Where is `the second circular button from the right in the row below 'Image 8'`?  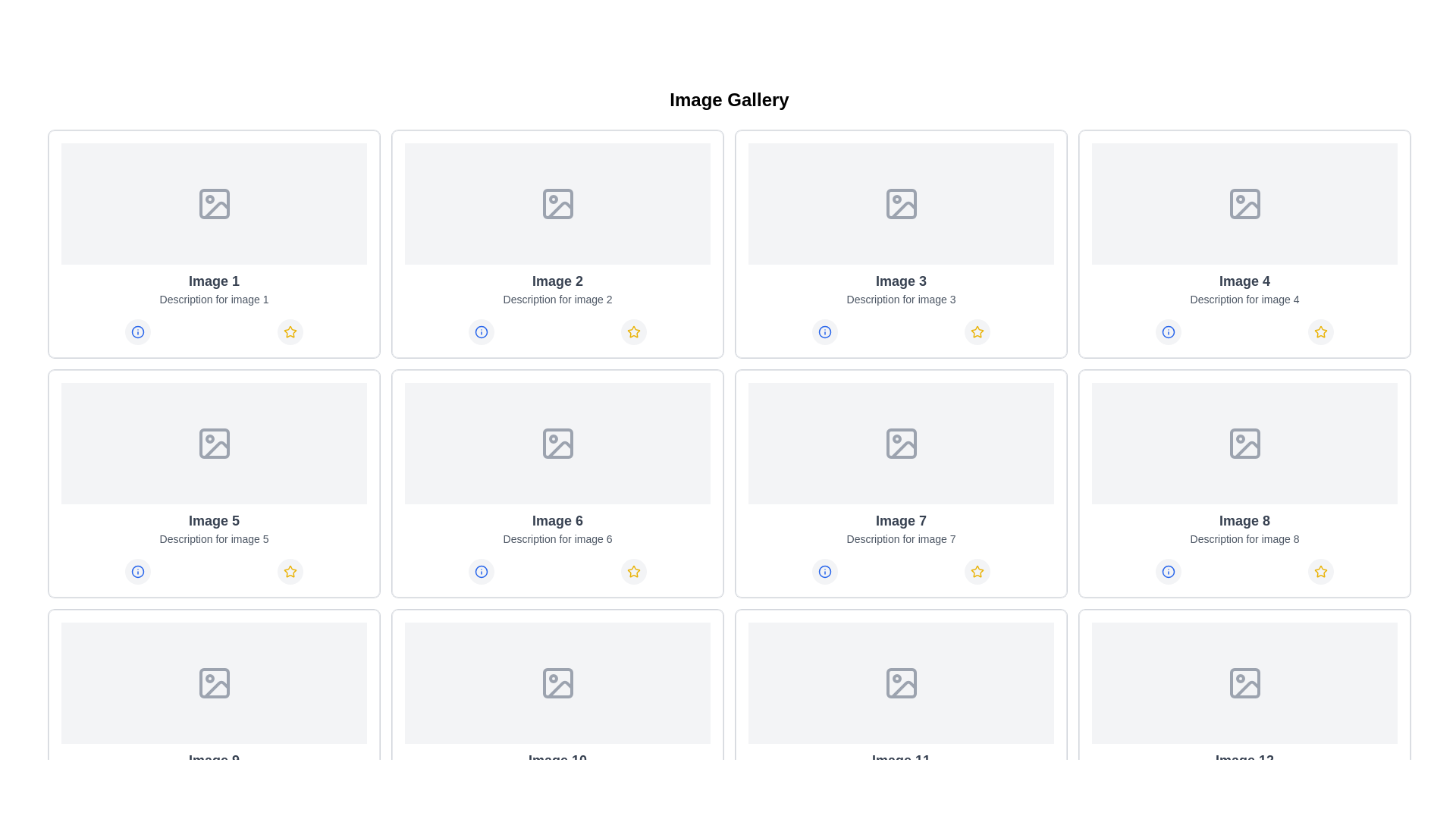 the second circular button from the right in the row below 'Image 8' is located at coordinates (1320, 571).